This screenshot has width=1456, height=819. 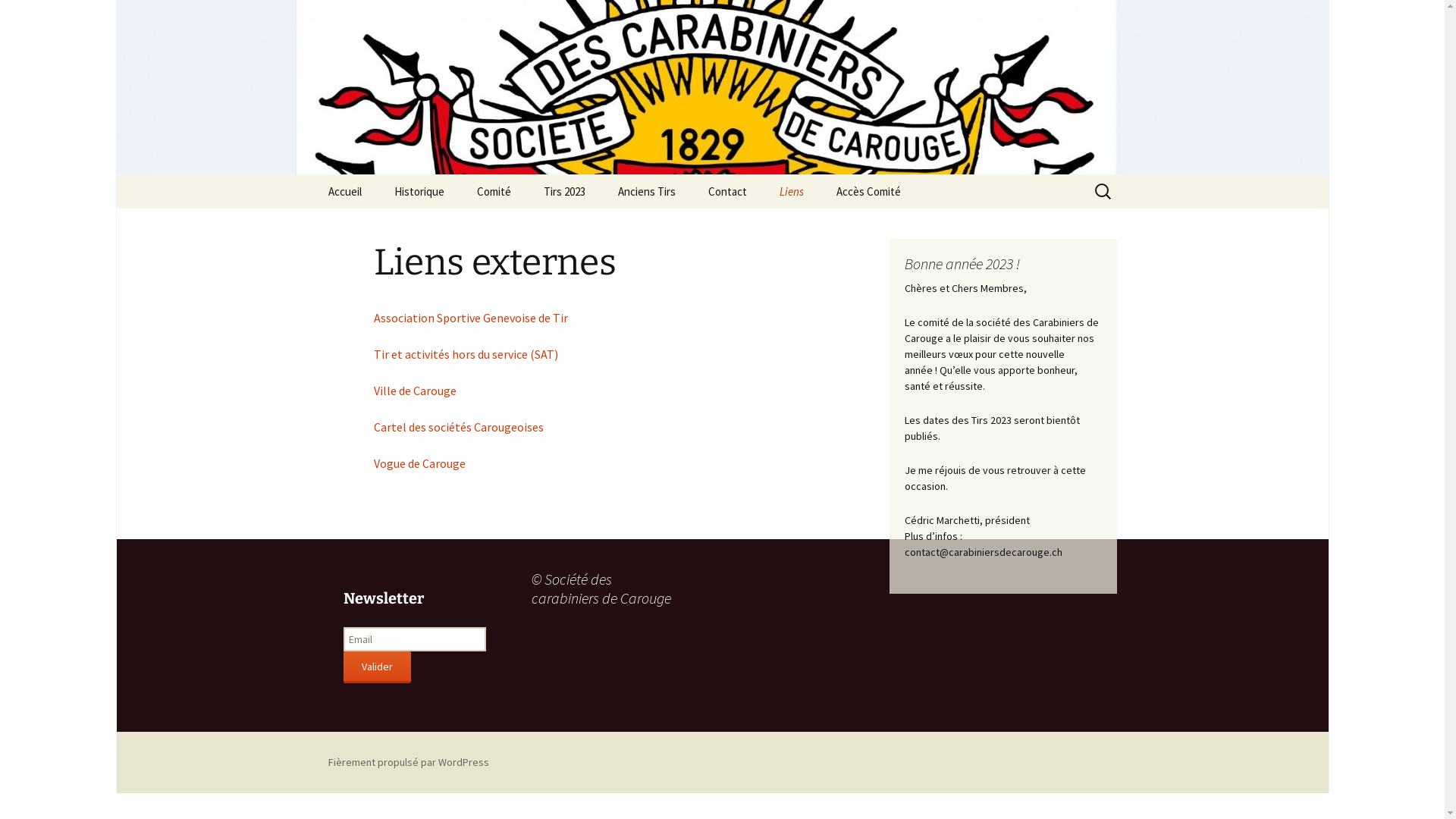 I want to click on 'Ville de Carouge', so click(x=414, y=390).